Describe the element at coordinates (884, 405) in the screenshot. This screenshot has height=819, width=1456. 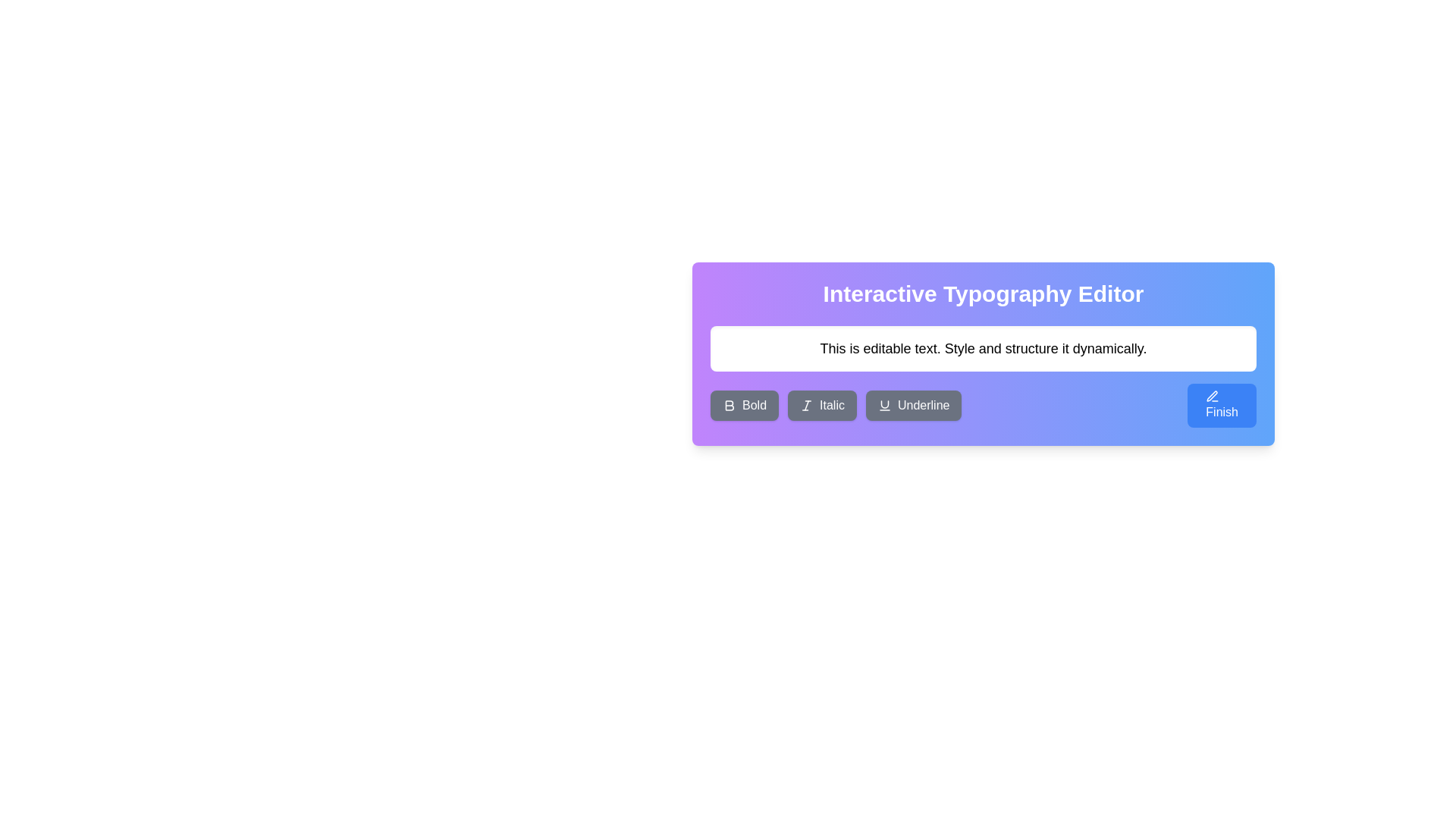
I see `underline icon located as the fourth icon from the left in the text formatting toolbar, which is designed for applying underline style to selected text` at that location.